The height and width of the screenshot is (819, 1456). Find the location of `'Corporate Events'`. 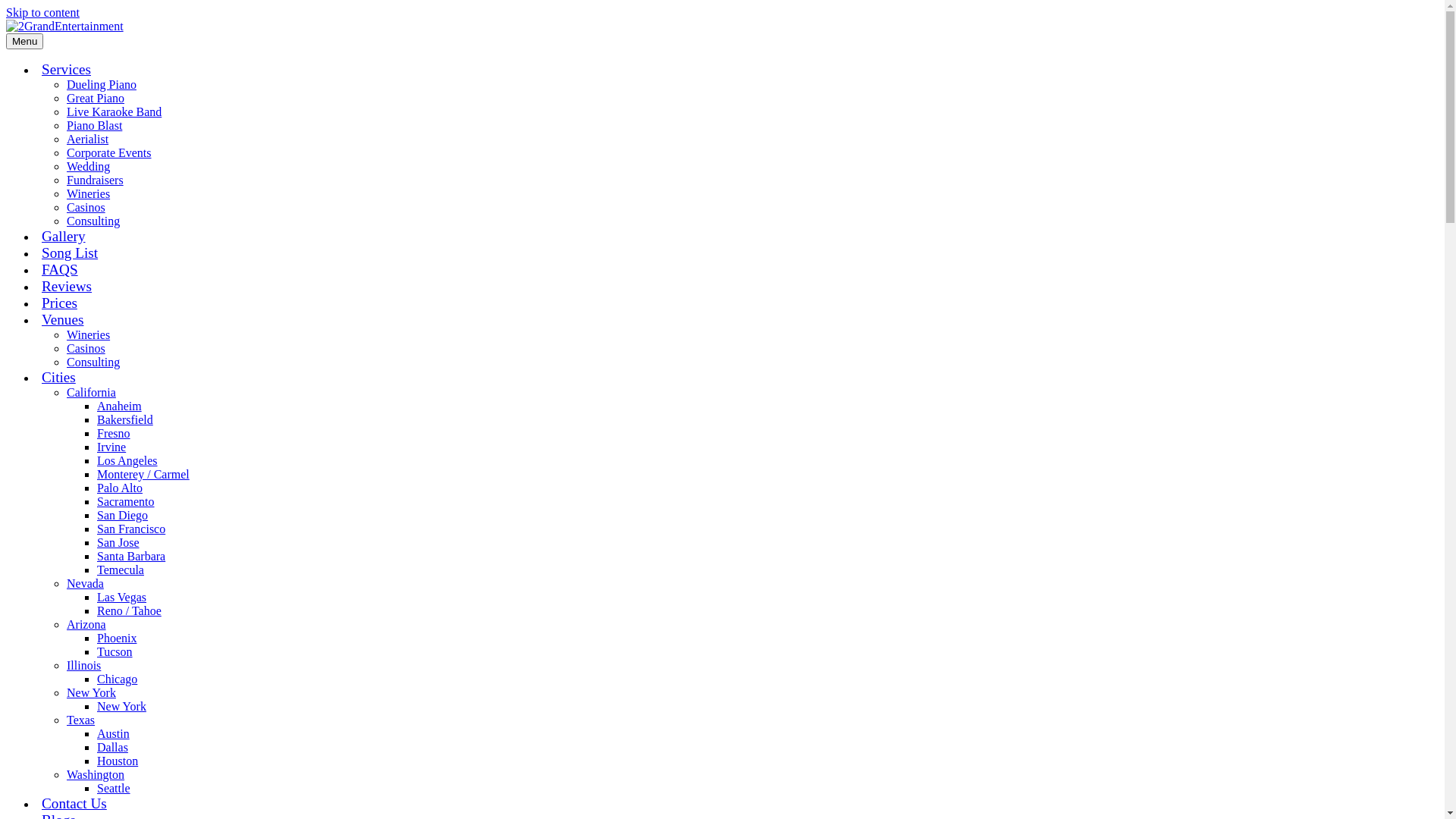

'Corporate Events' is located at coordinates (108, 152).